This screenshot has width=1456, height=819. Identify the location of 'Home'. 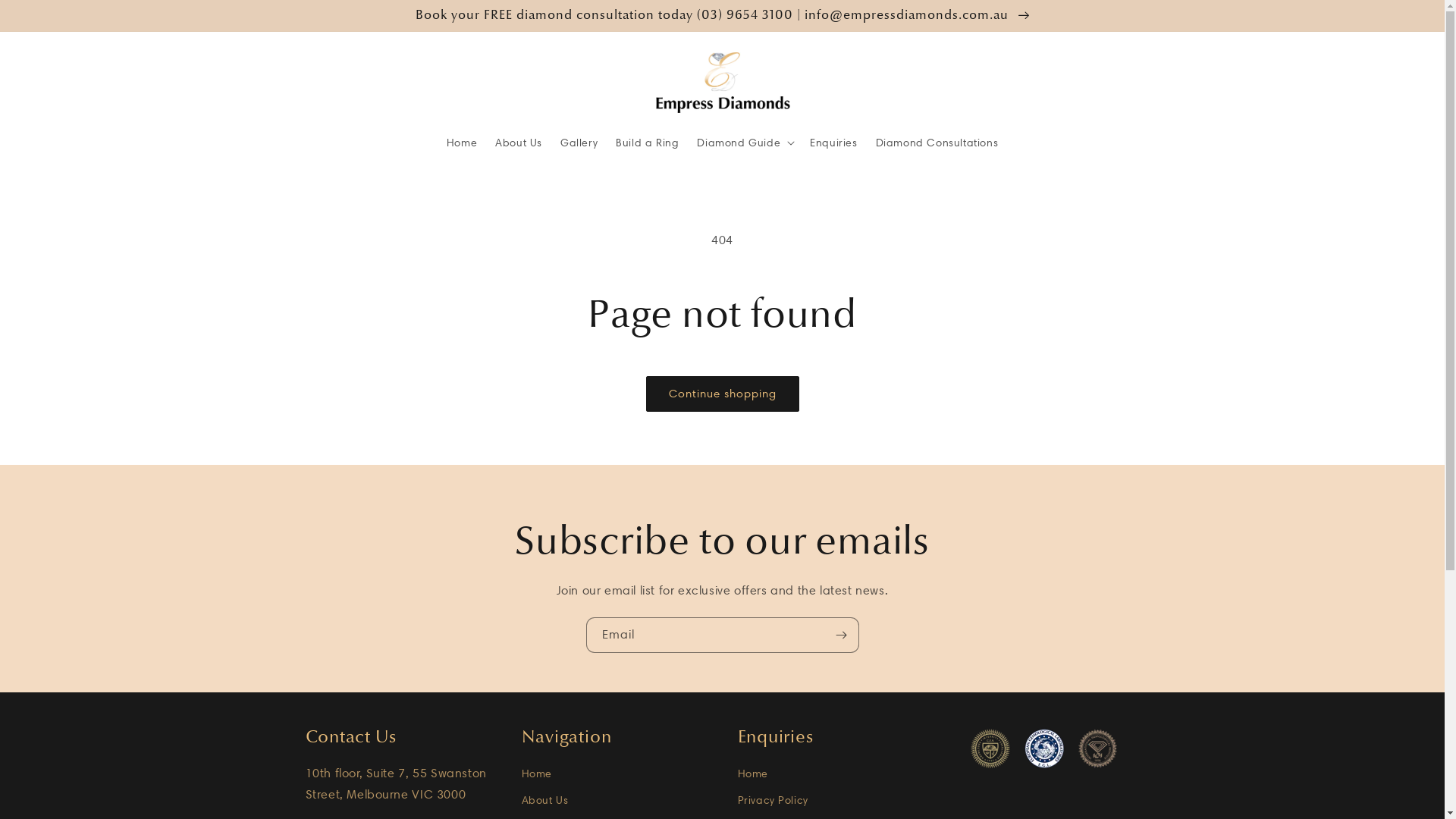
(461, 143).